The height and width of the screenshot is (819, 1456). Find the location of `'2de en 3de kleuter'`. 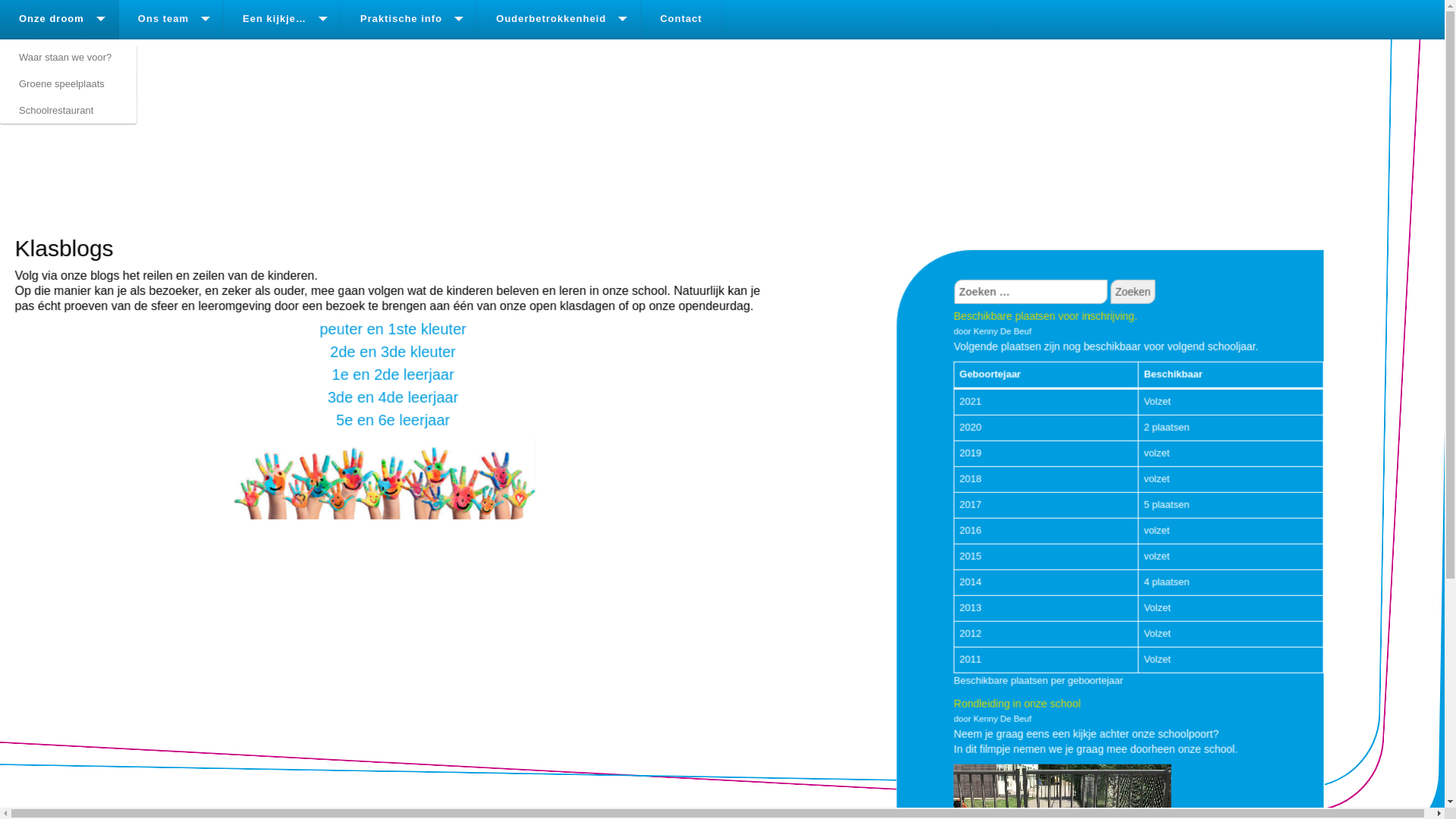

'2de en 3de kleuter' is located at coordinates (393, 350).